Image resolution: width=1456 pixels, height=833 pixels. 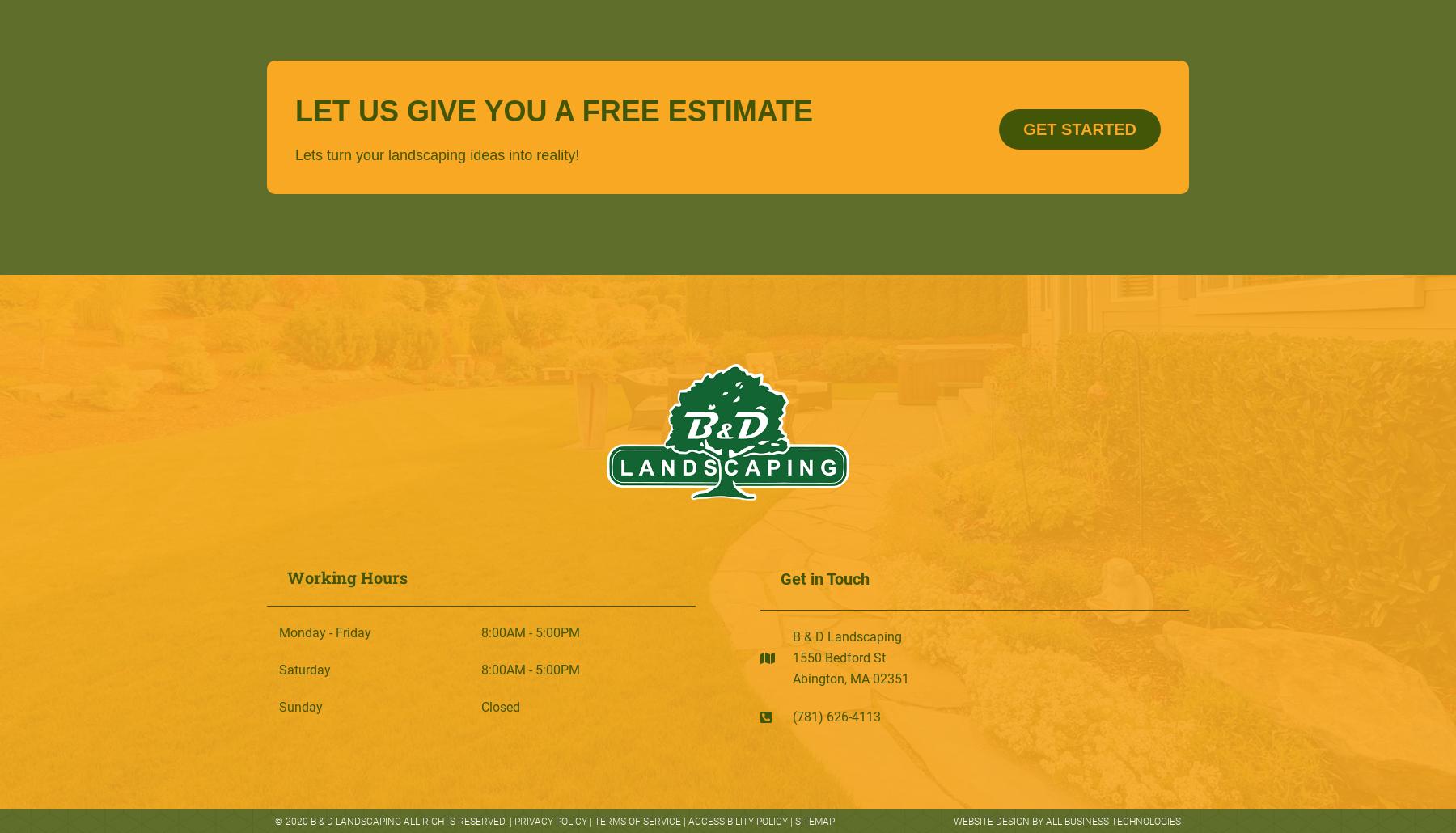 What do you see at coordinates (688, 819) in the screenshot?
I see `'Accessibility Policy'` at bounding box center [688, 819].